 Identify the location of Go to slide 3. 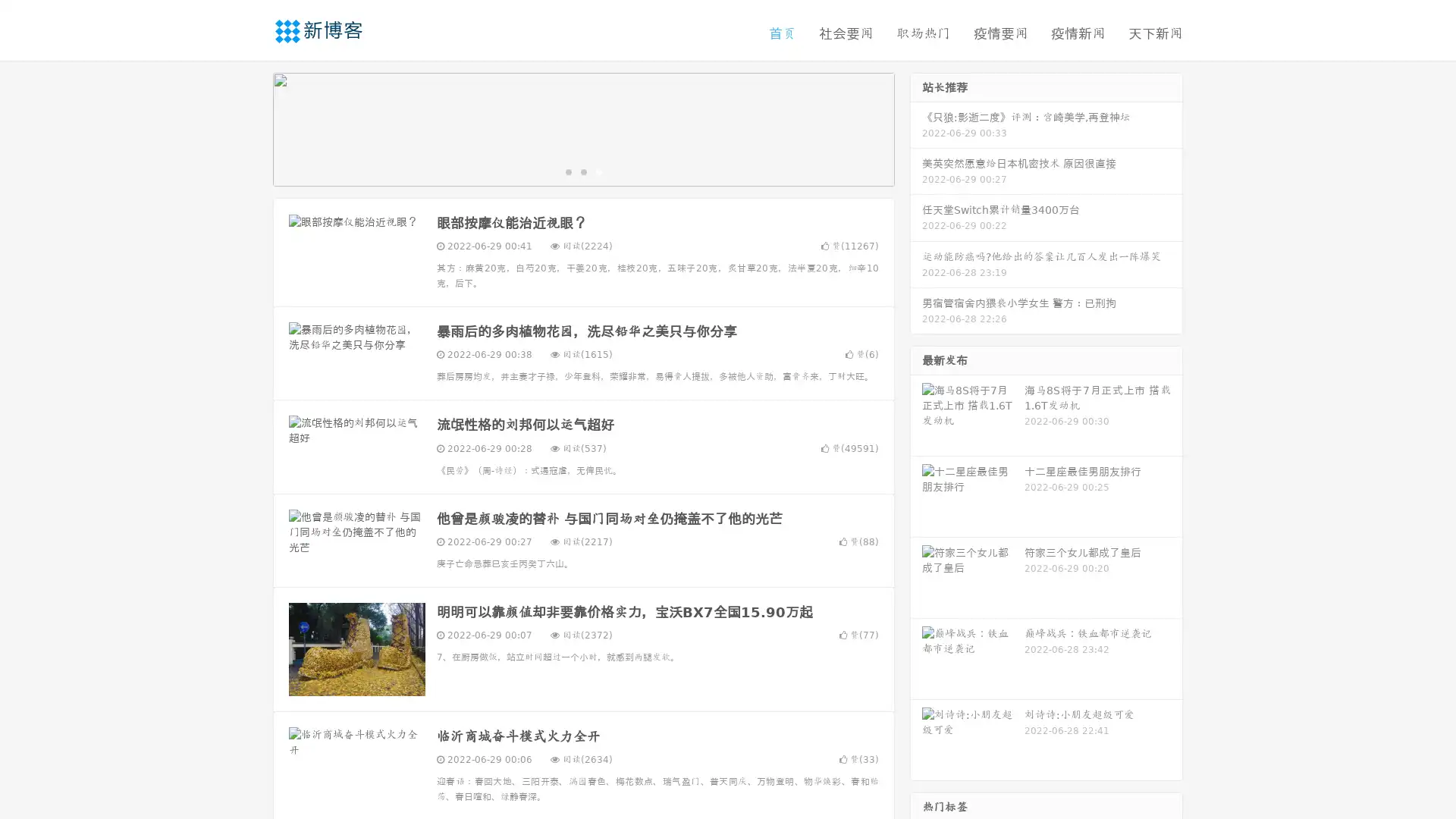
(598, 171).